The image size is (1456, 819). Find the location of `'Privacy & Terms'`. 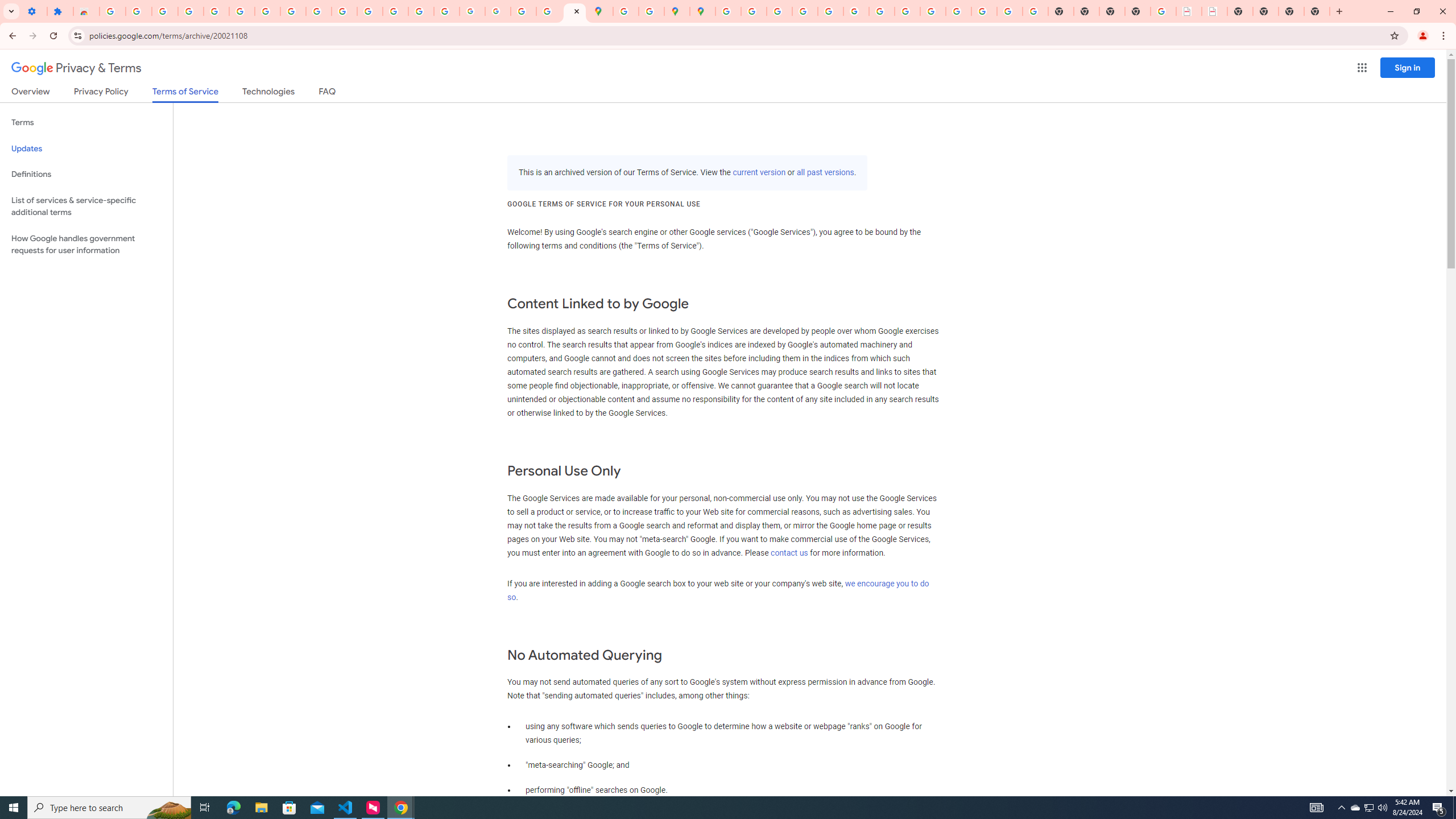

'Privacy & Terms' is located at coordinates (76, 68).